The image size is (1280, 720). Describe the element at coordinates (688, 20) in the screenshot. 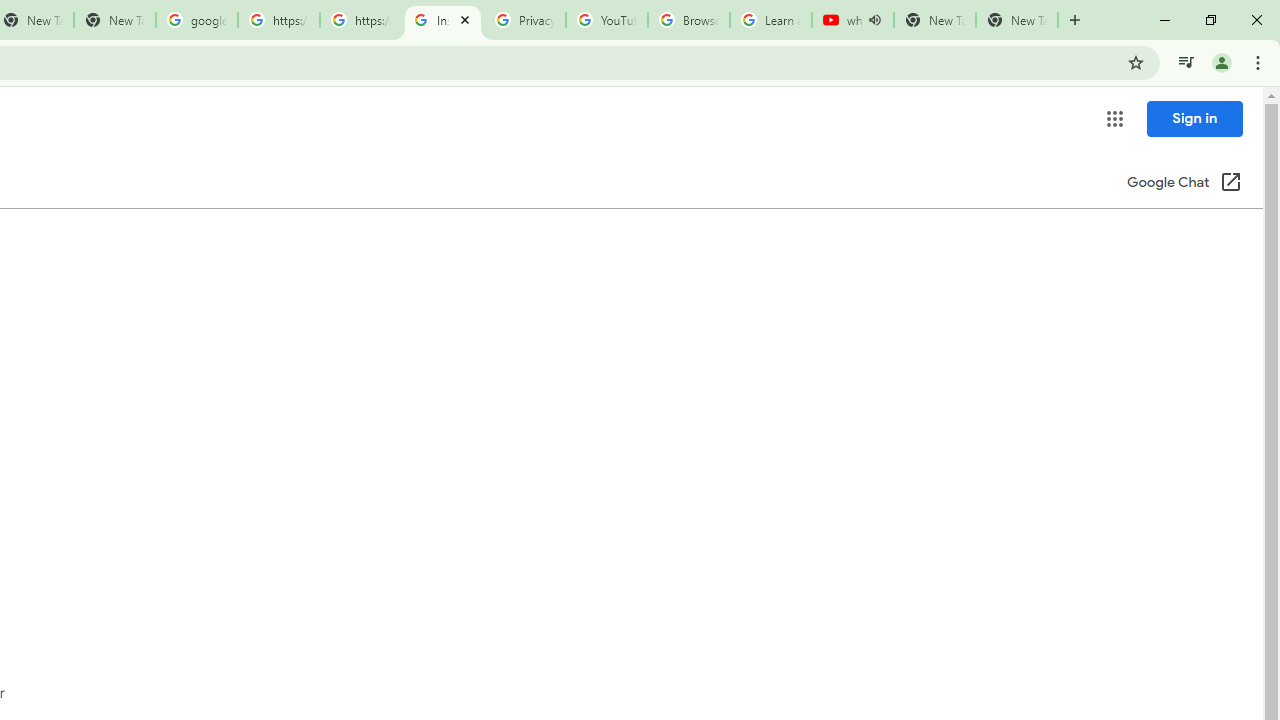

I see `'Browse Chrome as a guest - Computer - Google Chrome Help'` at that location.